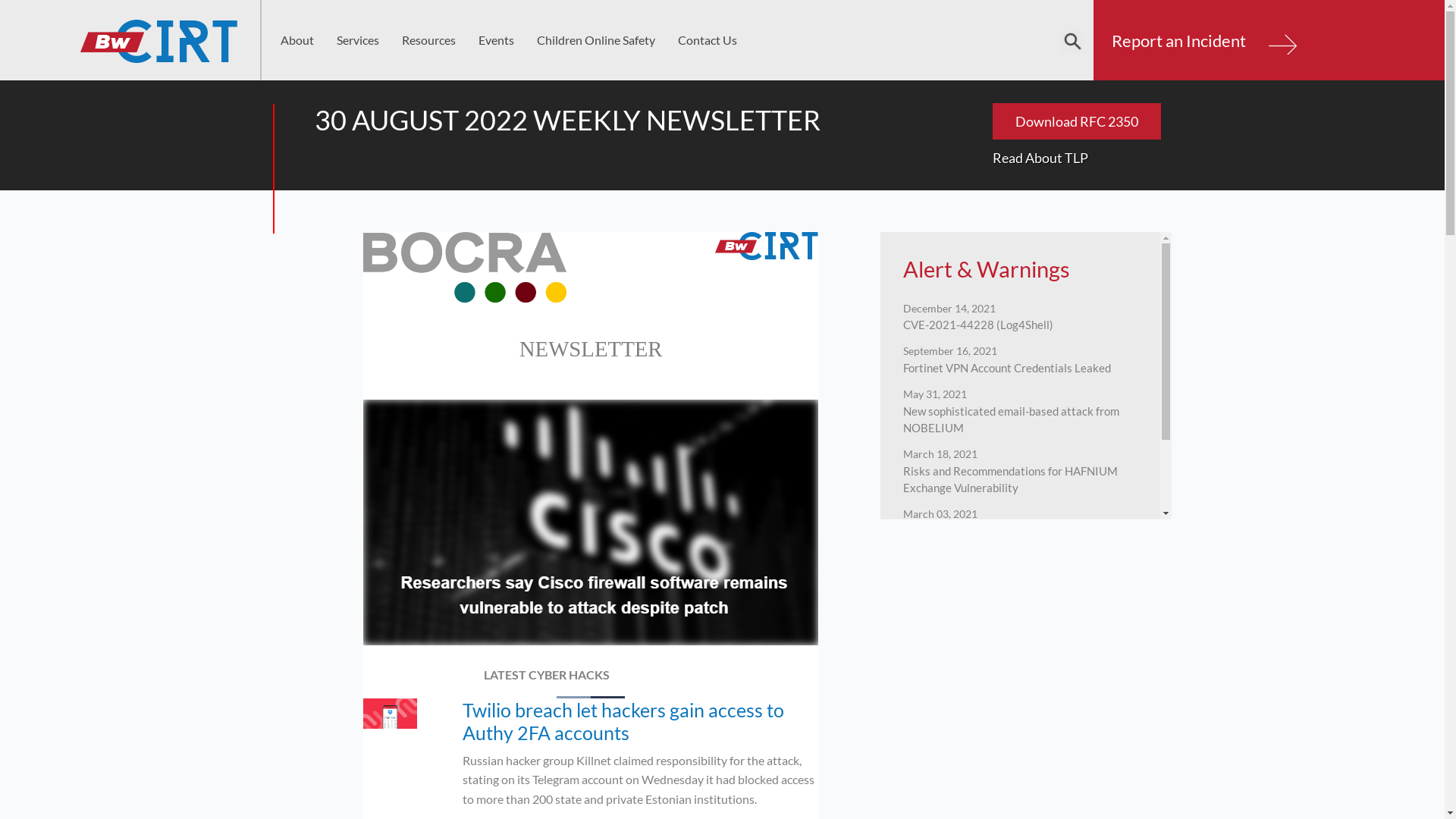  Describe the element at coordinates (466, 39) in the screenshot. I see `'Events'` at that location.